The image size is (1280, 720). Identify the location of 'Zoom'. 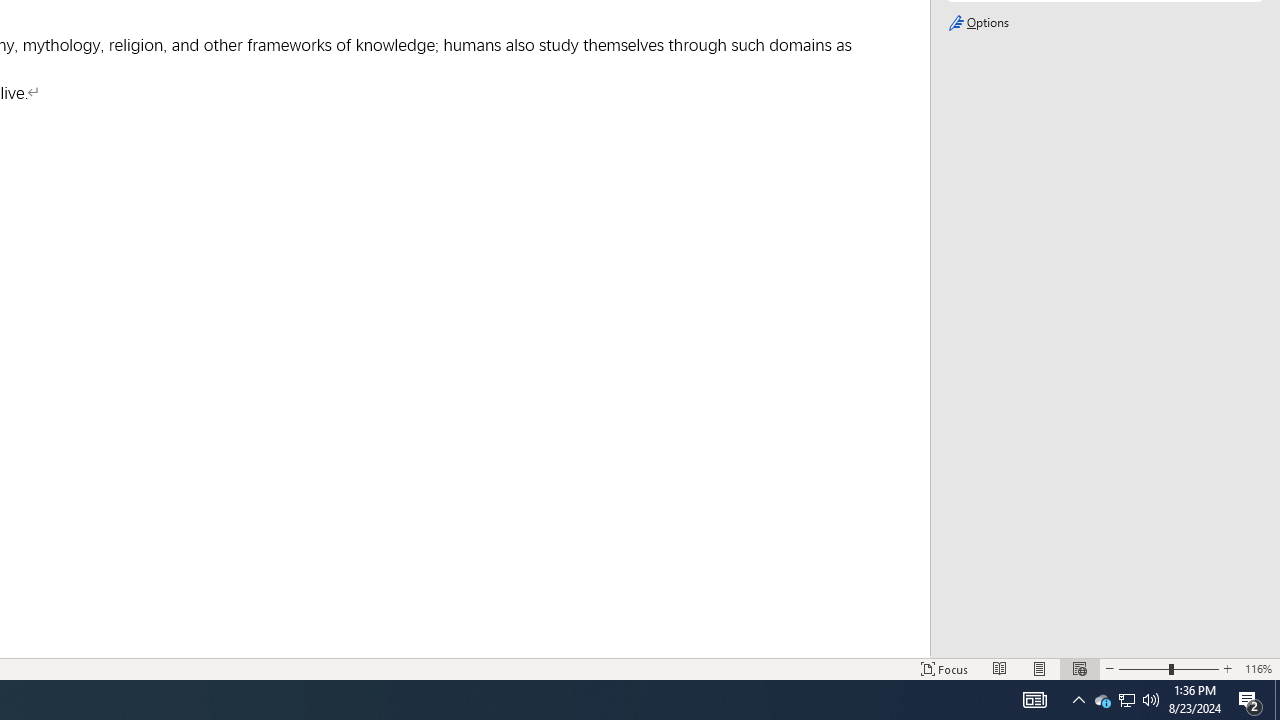
(1168, 669).